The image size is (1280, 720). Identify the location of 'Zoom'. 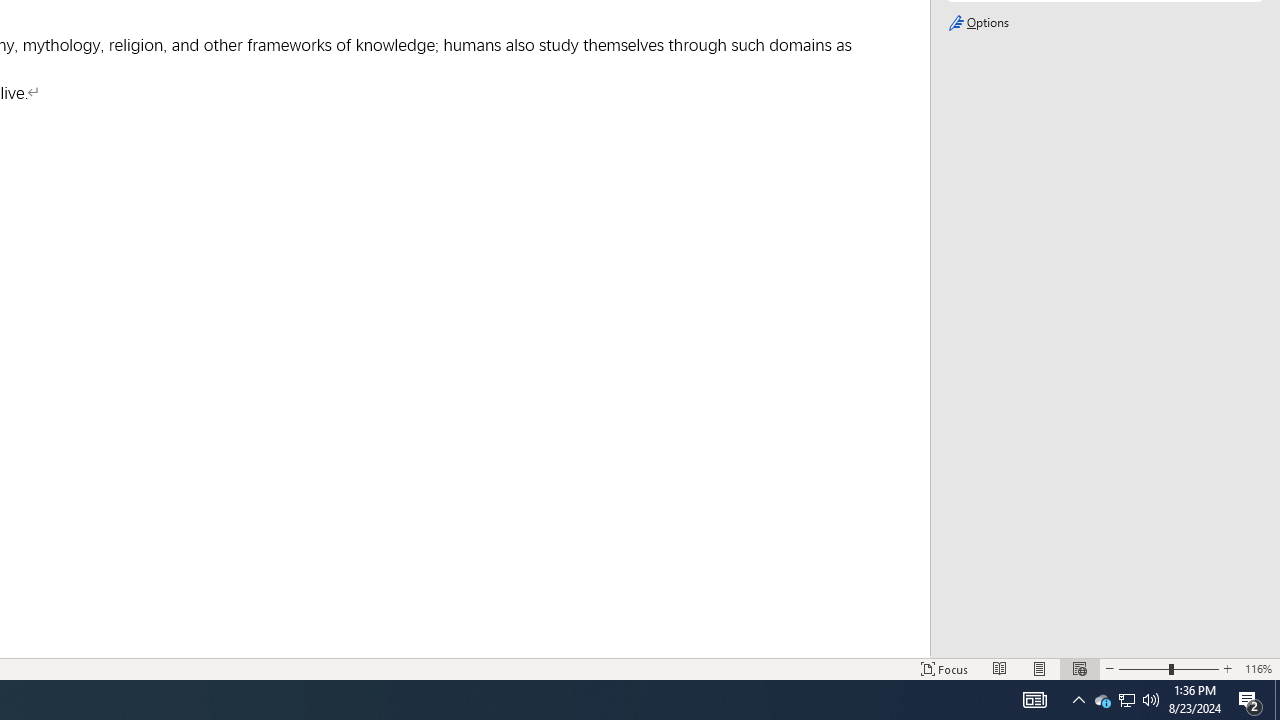
(1168, 669).